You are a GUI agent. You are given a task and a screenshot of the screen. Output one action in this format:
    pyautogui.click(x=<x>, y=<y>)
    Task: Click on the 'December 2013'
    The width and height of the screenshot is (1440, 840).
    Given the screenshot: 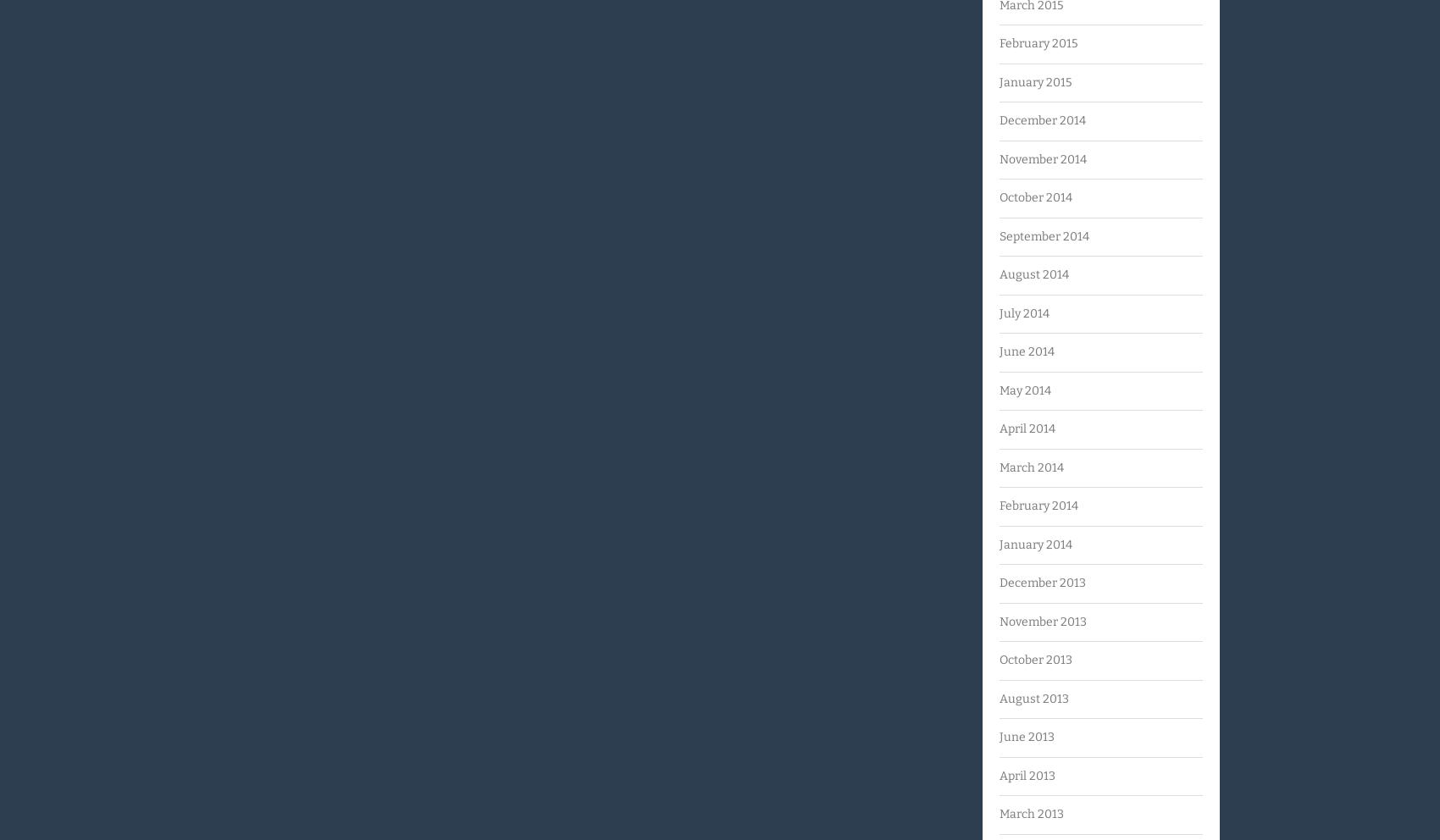 What is the action you would take?
    pyautogui.click(x=1041, y=582)
    